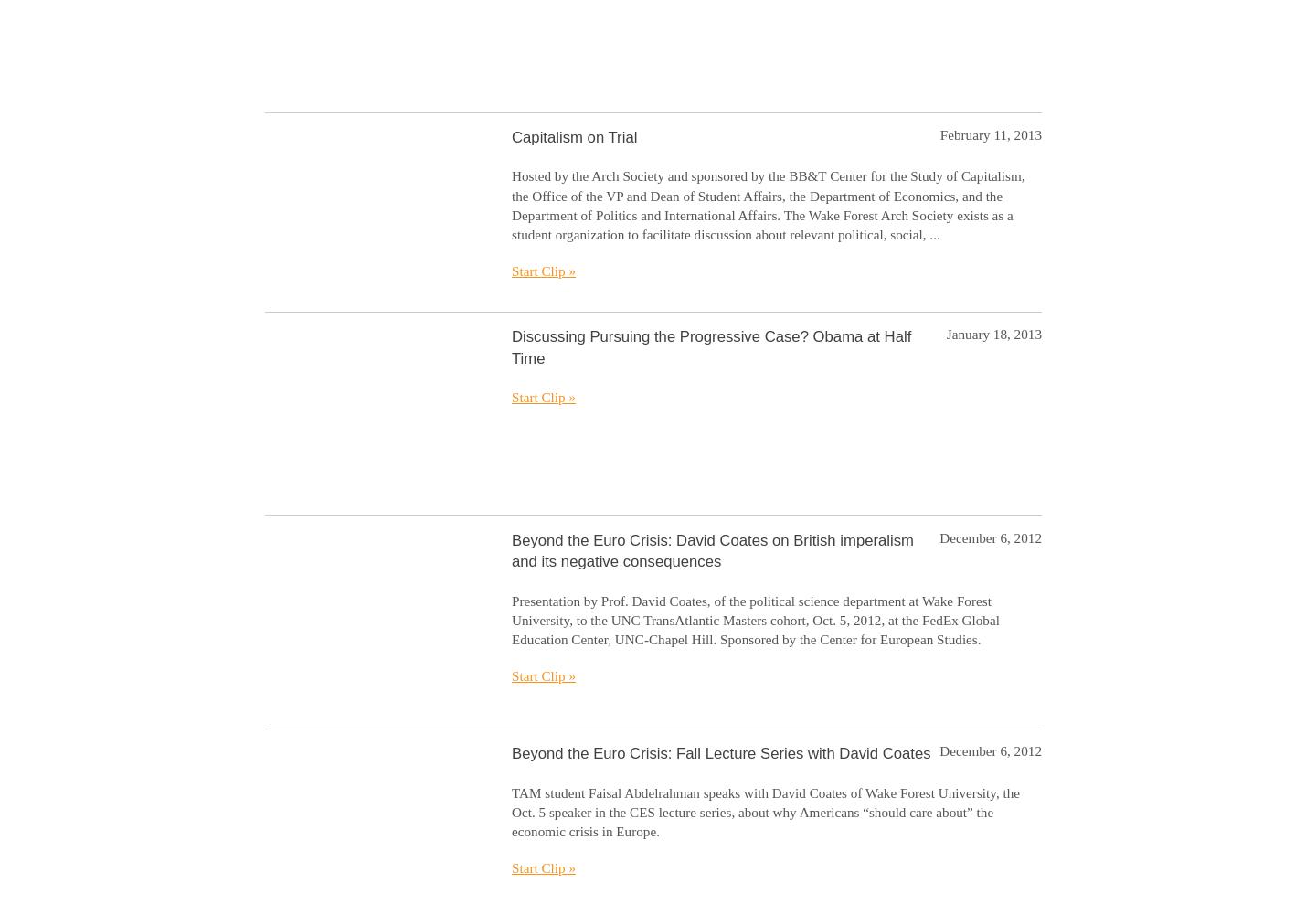 Image resolution: width=1316 pixels, height=904 pixels. What do you see at coordinates (755, 618) in the screenshot?
I see `'Presentation by Prof. David Coates, of the political science department at Wake Forest University, to the UNC TransAtlantic Masters cohort, Oct. 5, 2012, at the FedEx Global Education Center, UNC-Chapel Hill. Sponsored by the Center for European Studies.'` at bounding box center [755, 618].